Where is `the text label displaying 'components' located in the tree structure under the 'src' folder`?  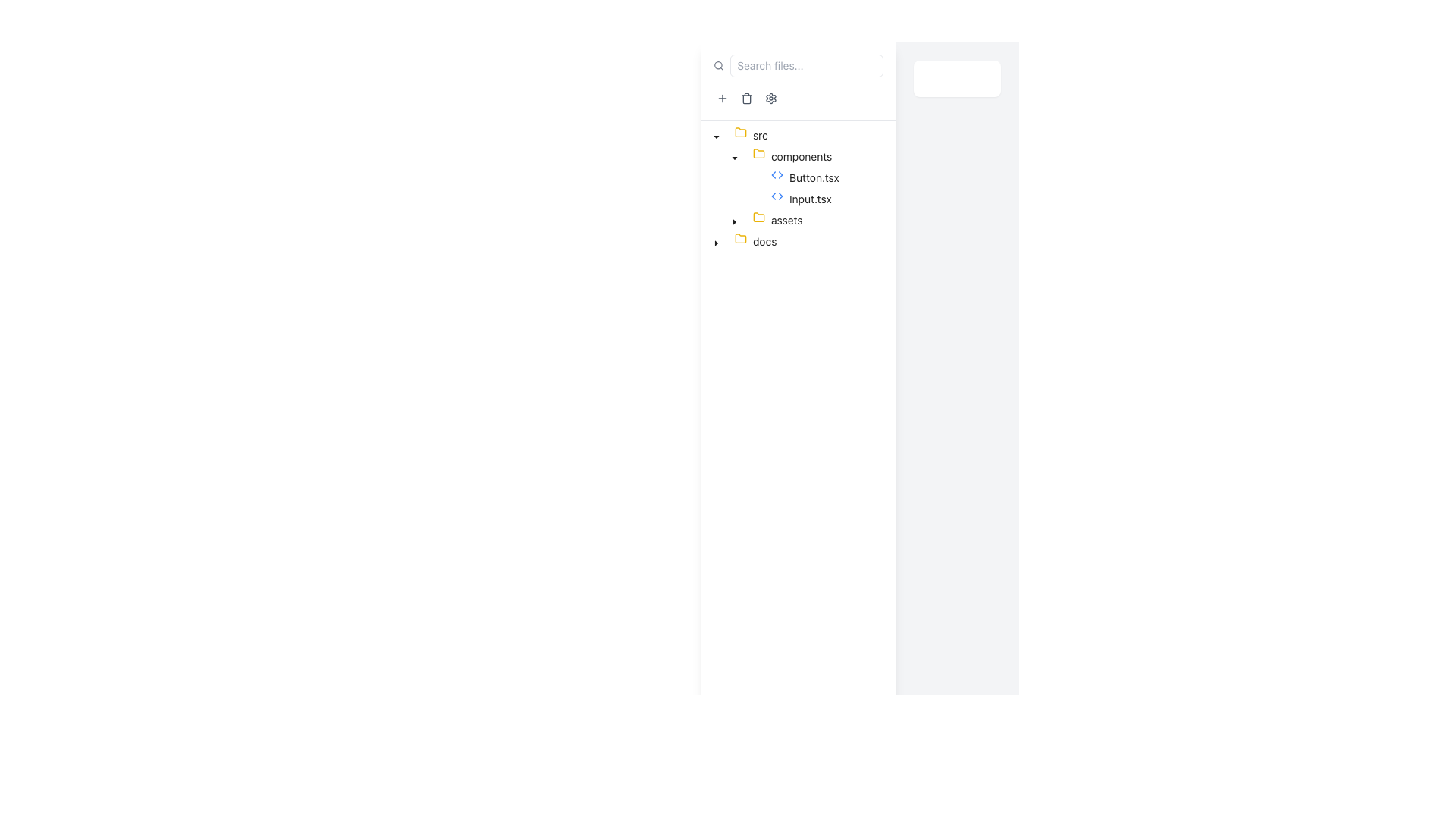 the text label displaying 'components' located in the tree structure under the 'src' folder is located at coordinates (801, 156).